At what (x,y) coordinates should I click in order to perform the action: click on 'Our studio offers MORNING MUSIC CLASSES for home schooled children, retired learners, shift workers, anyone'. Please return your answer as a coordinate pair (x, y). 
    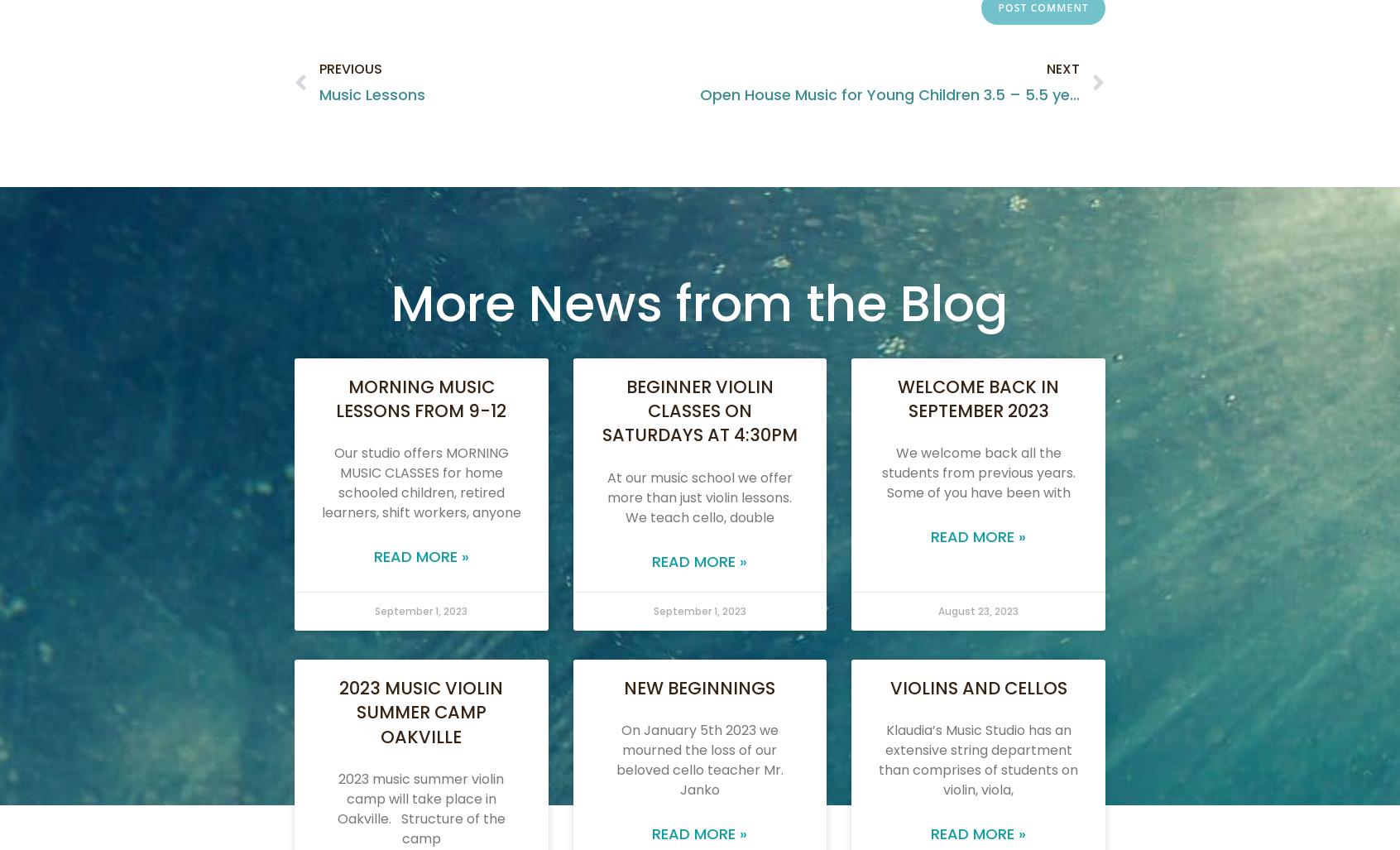
    Looking at the image, I should click on (420, 483).